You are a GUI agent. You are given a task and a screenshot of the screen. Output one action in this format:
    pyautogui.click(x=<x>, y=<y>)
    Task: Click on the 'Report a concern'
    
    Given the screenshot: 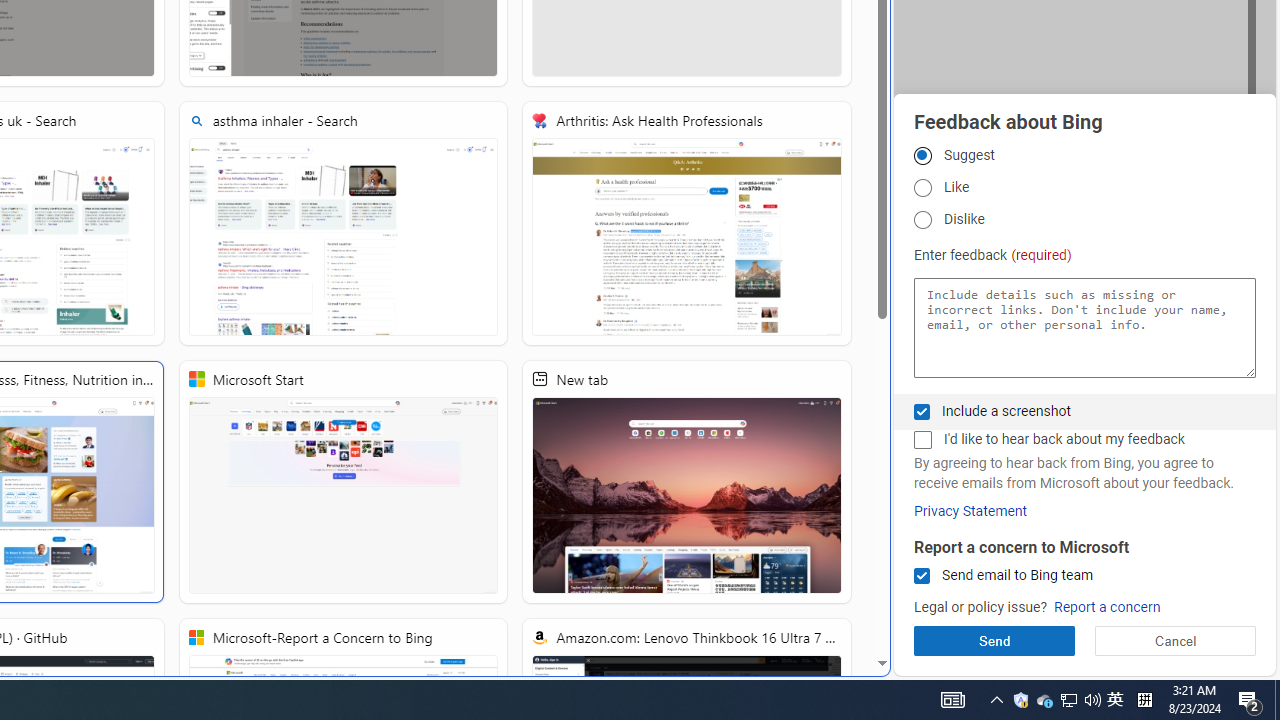 What is the action you would take?
    pyautogui.click(x=1106, y=606)
    